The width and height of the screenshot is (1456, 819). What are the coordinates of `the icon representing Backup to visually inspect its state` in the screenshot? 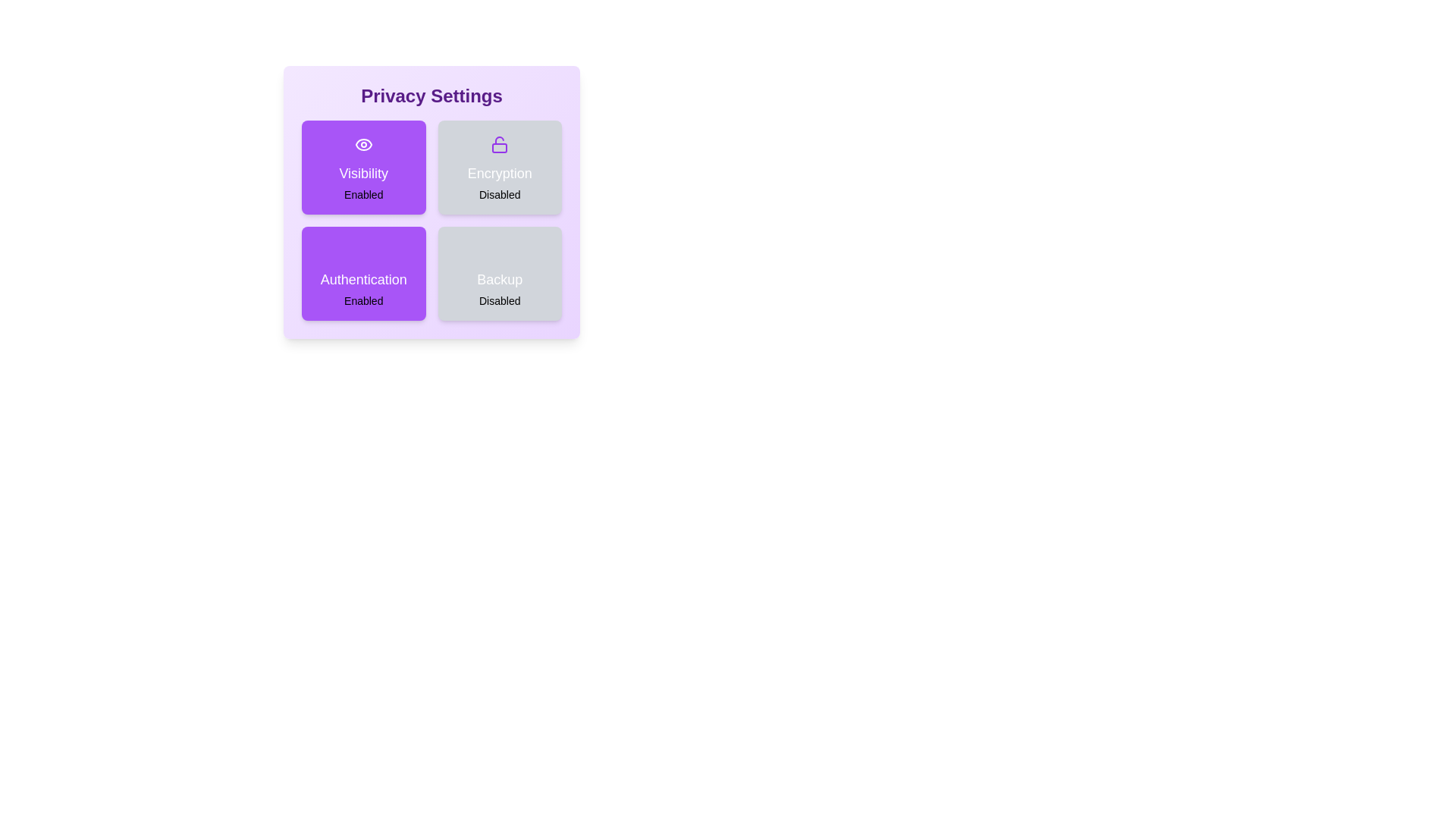 It's located at (500, 250).